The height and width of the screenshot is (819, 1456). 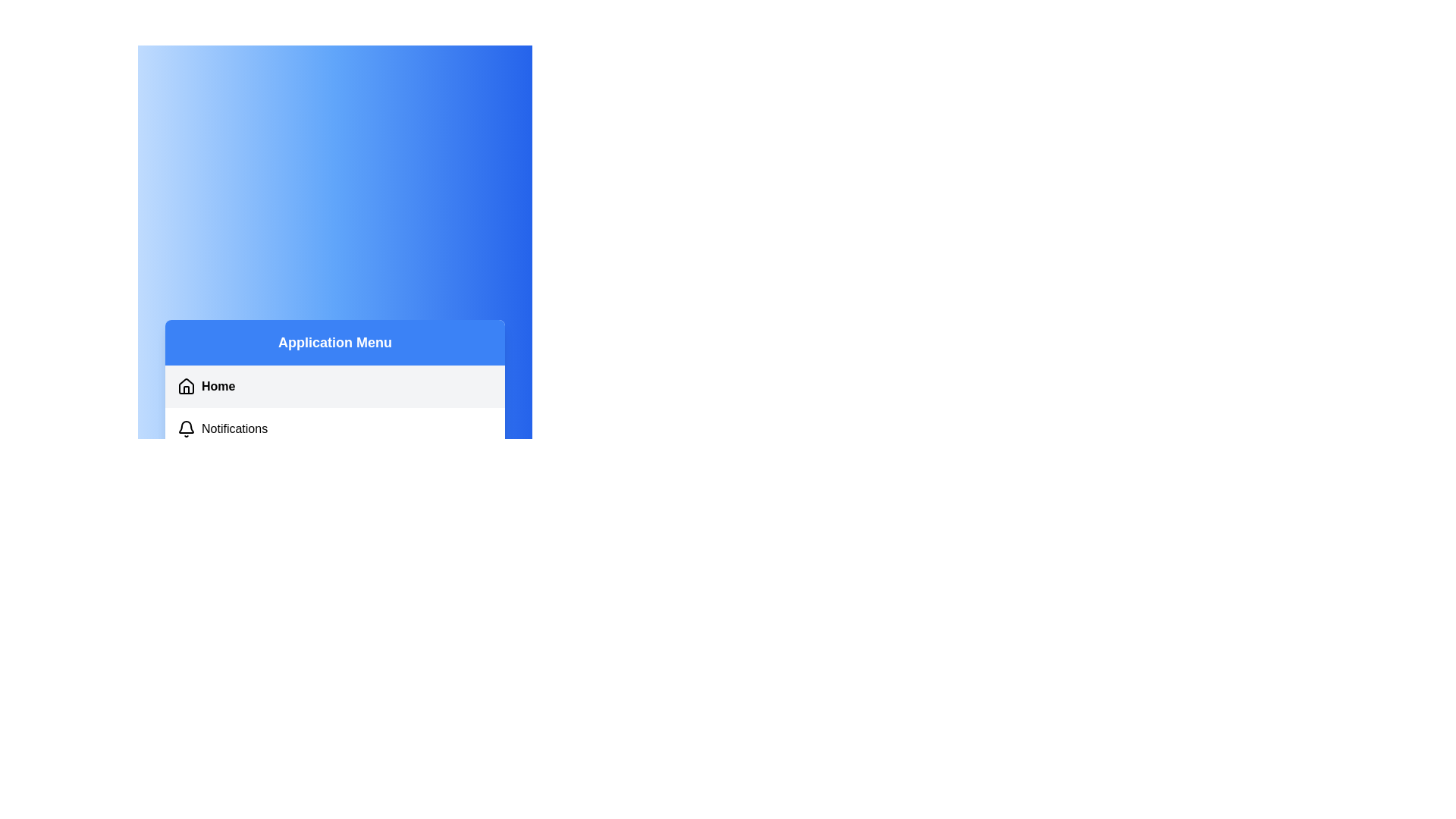 I want to click on the menu item Notifications, so click(x=334, y=429).